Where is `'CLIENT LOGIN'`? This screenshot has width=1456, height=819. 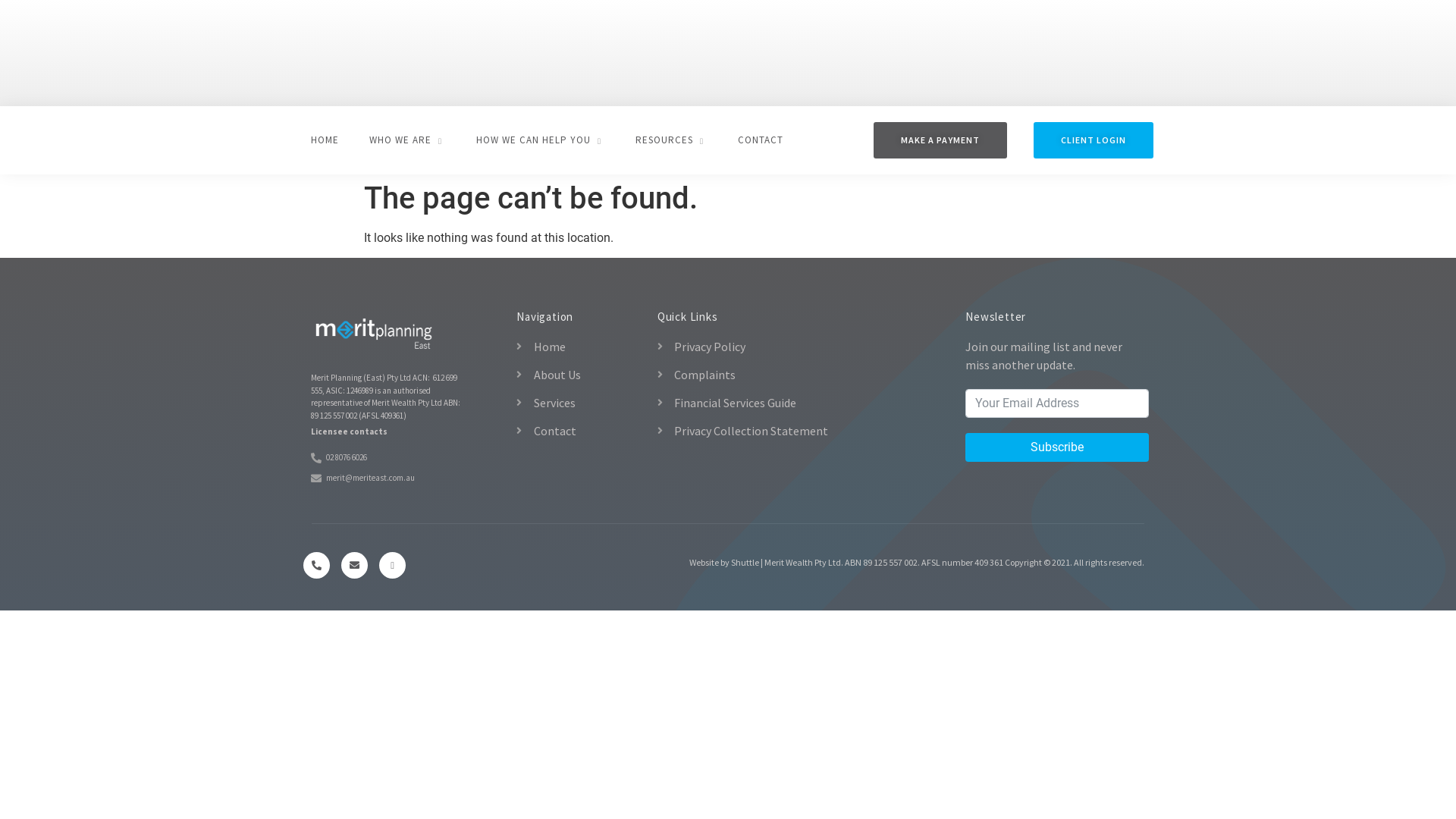
'CLIENT LOGIN' is located at coordinates (1093, 140).